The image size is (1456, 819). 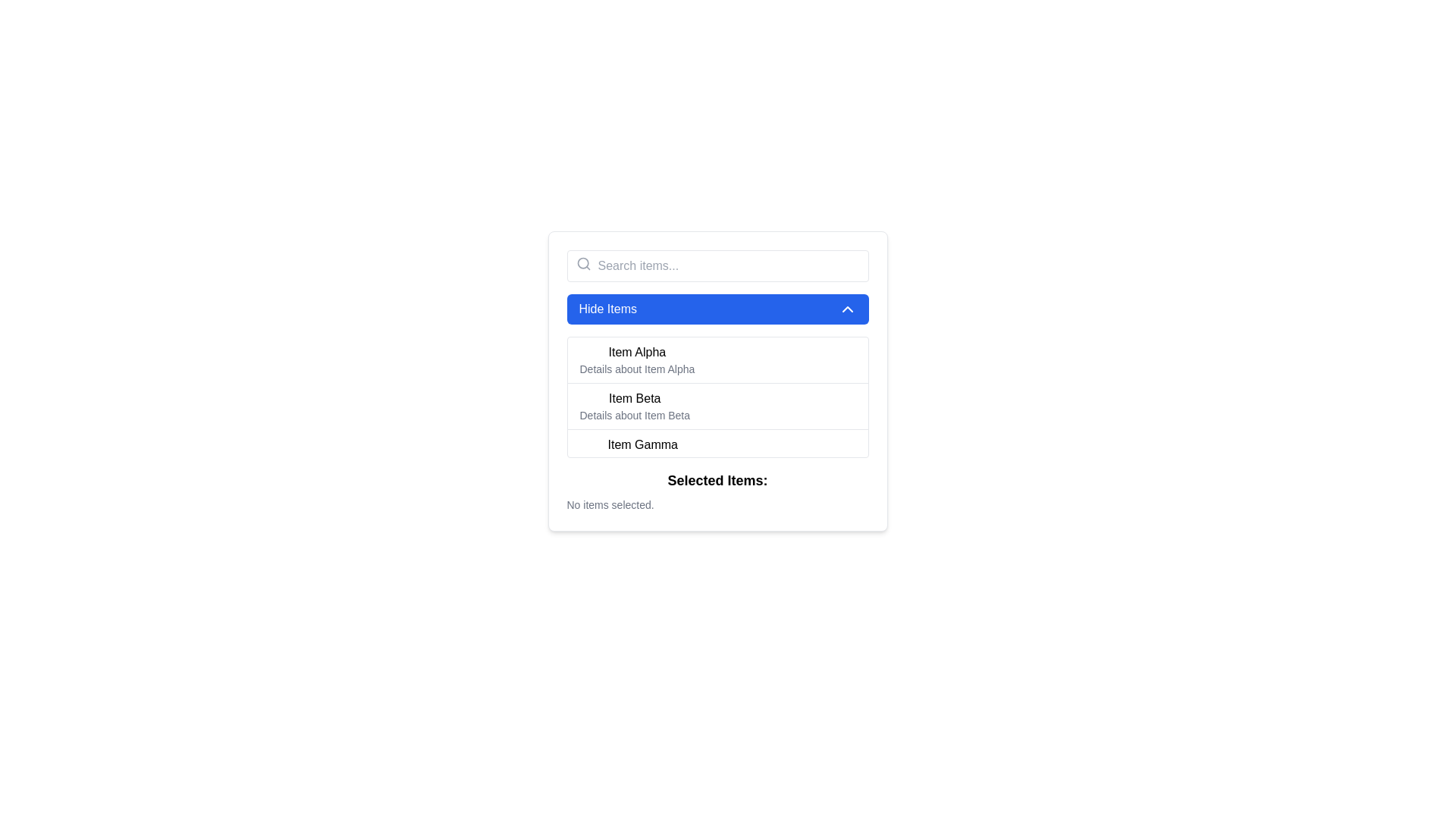 What do you see at coordinates (717, 309) in the screenshot?
I see `the button positioned below the search bar and above the list of items labeled 'Item Alpha', 'Item Beta', and 'Item Gamma'` at bounding box center [717, 309].